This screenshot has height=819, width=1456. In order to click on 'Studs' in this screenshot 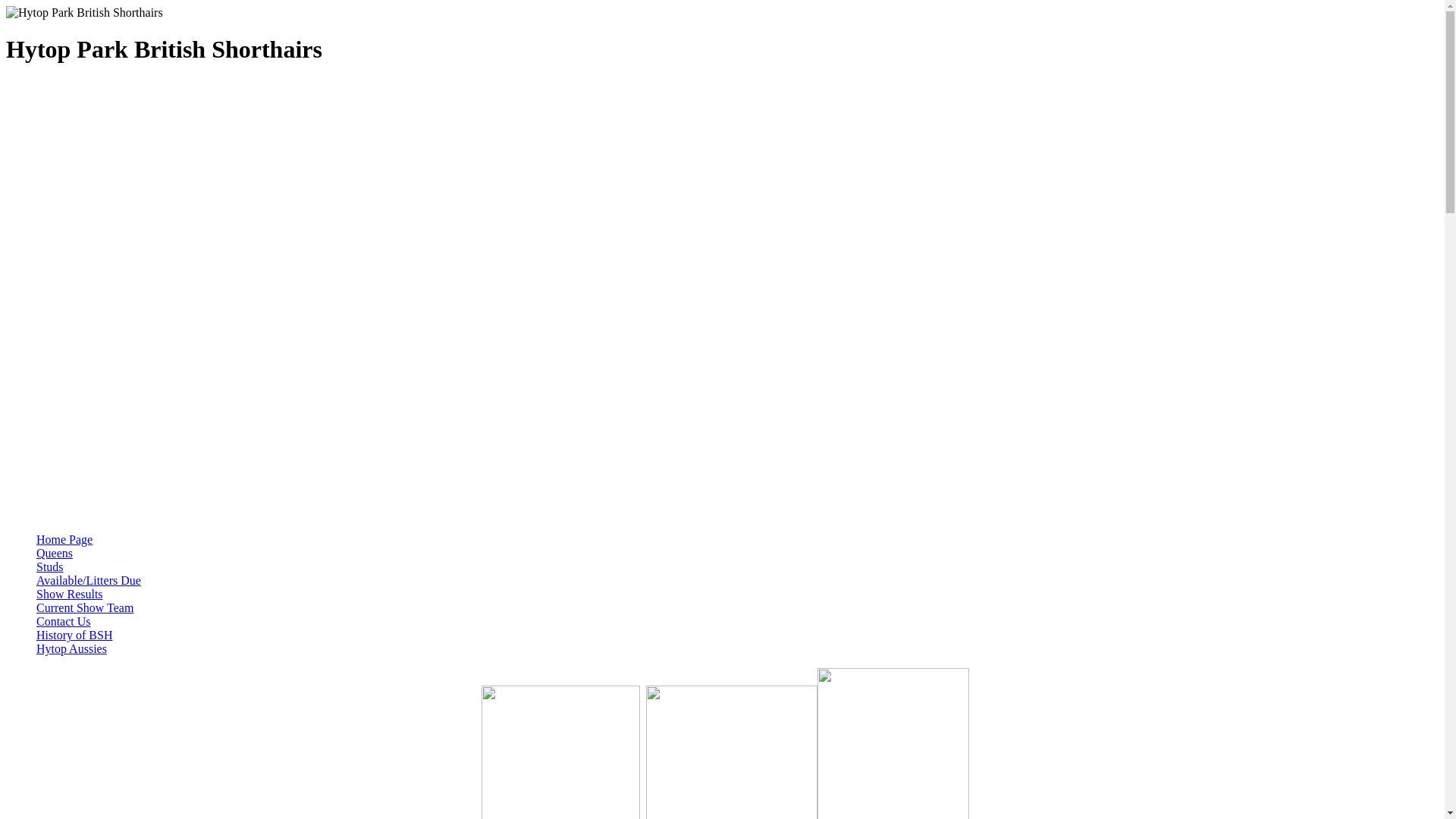, I will do `click(50, 566)`.